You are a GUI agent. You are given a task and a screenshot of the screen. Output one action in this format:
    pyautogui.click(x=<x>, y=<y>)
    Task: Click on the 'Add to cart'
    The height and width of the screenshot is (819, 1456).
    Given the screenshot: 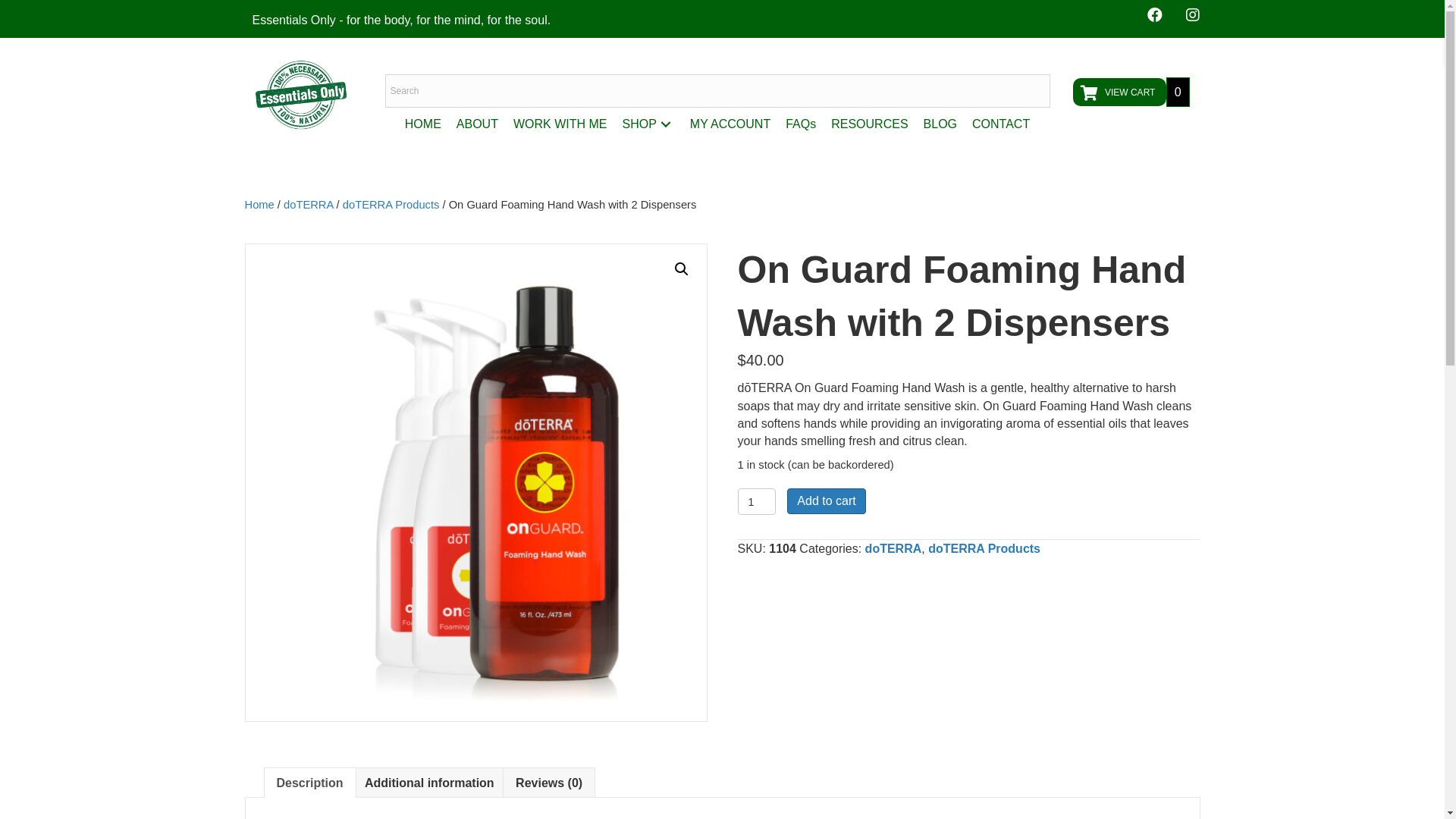 What is the action you would take?
    pyautogui.click(x=825, y=500)
    